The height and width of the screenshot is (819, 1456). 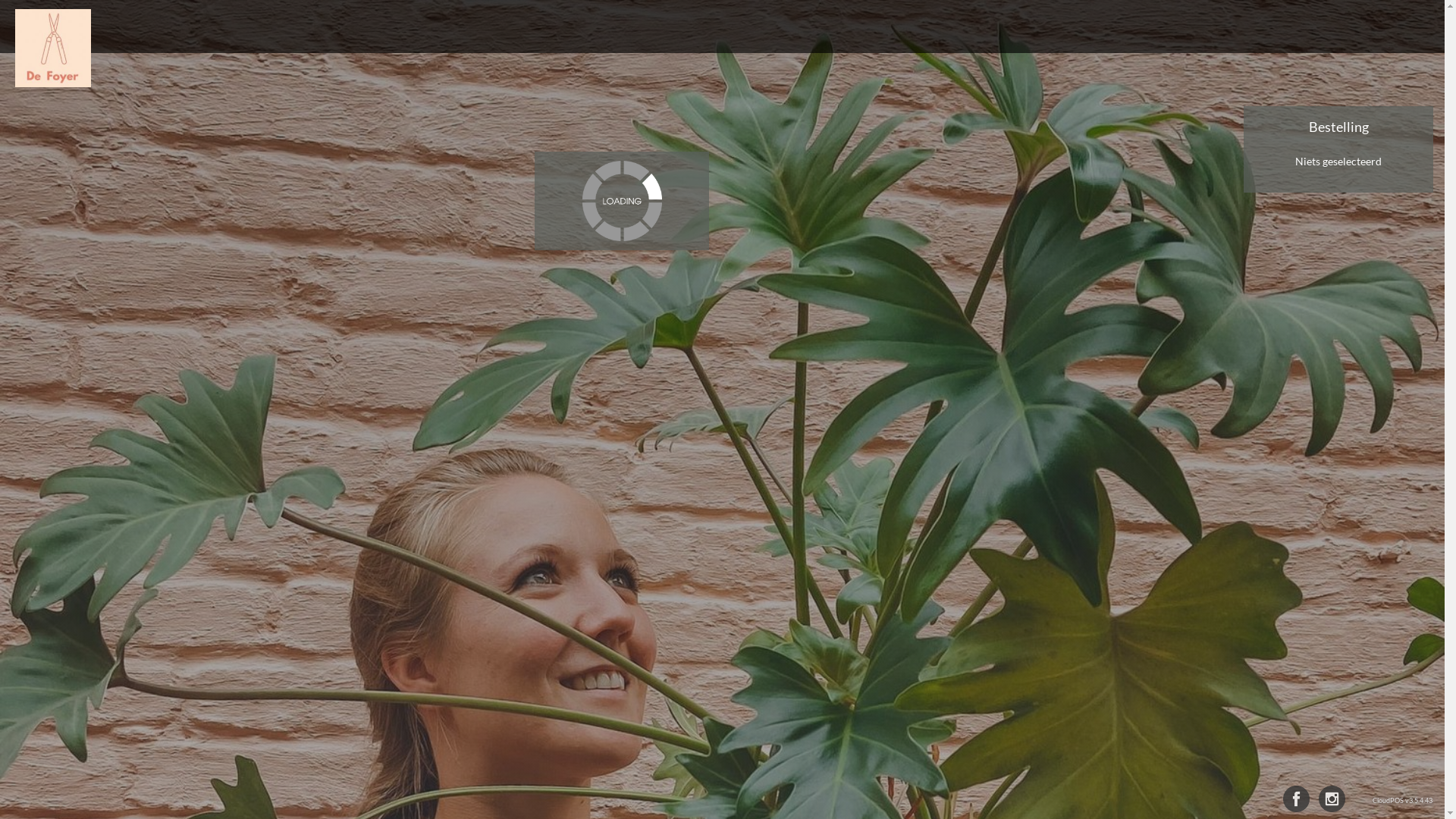 What do you see at coordinates (1401, 797) in the screenshot?
I see `'CloudPOS v3.5.4.43'` at bounding box center [1401, 797].